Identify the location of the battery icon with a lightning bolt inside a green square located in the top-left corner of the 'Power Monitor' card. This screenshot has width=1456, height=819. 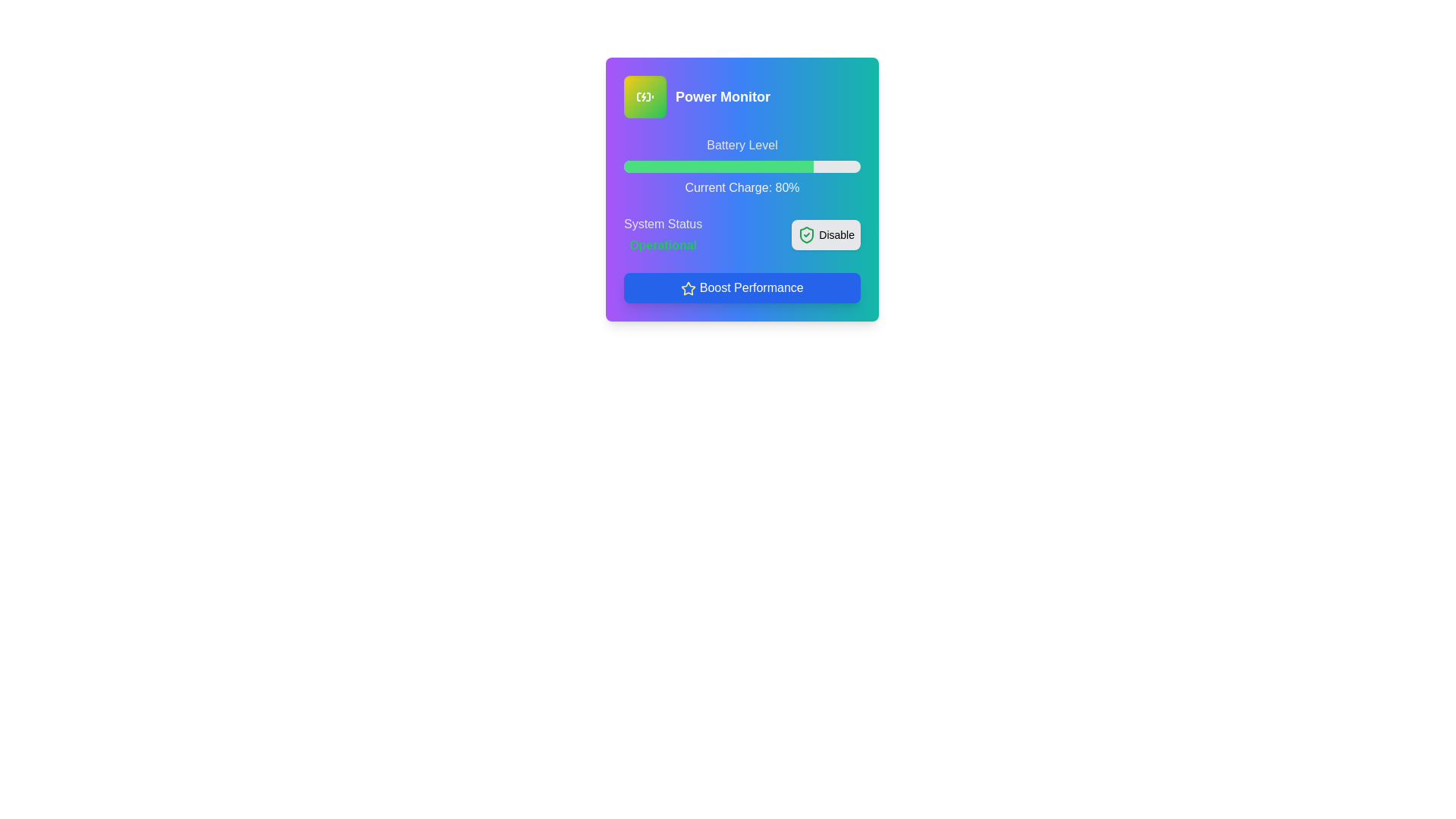
(645, 96).